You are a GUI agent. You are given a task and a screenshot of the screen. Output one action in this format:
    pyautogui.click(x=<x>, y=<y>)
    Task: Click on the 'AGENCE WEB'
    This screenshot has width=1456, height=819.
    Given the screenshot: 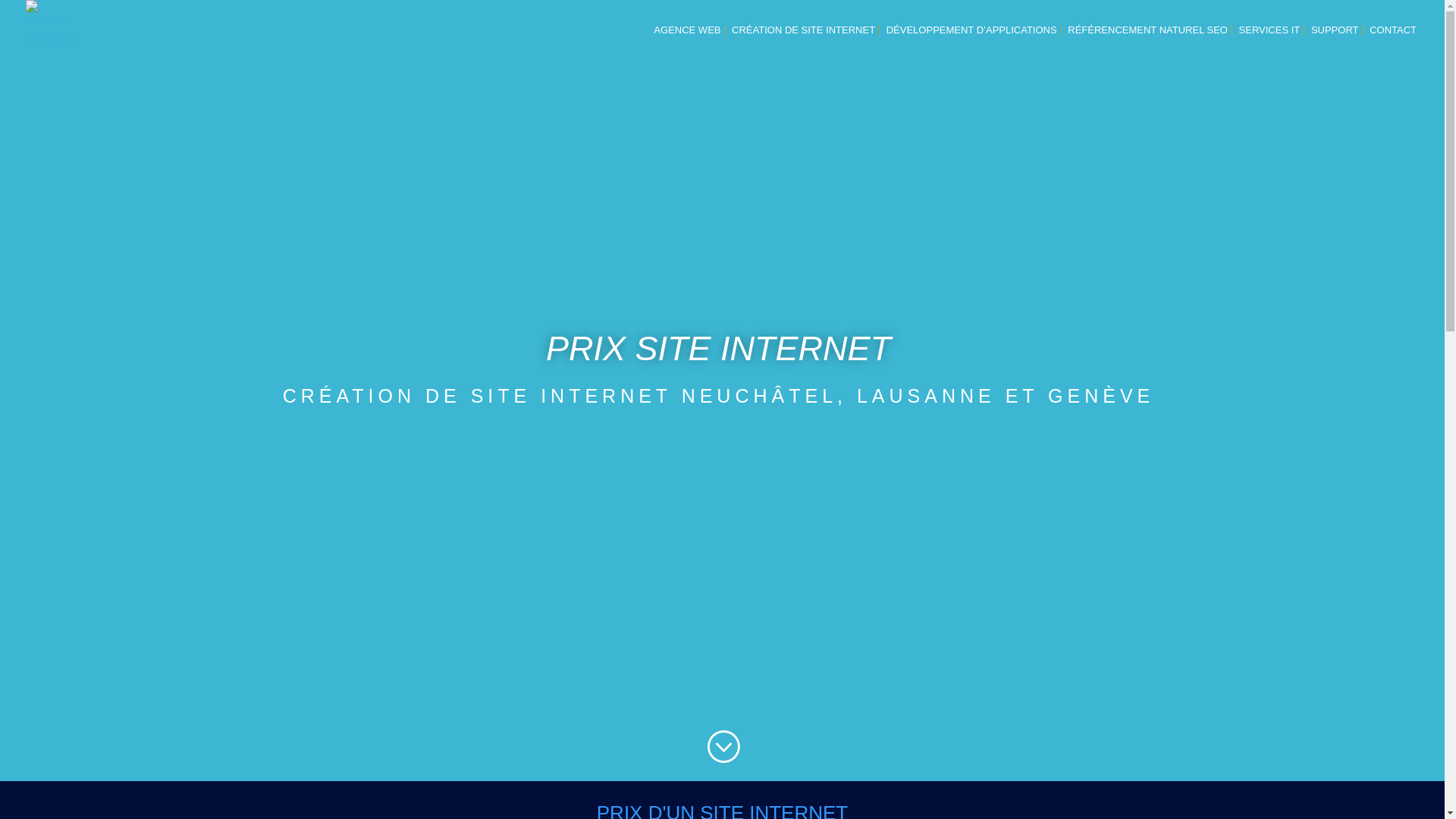 What is the action you would take?
    pyautogui.click(x=686, y=42)
    